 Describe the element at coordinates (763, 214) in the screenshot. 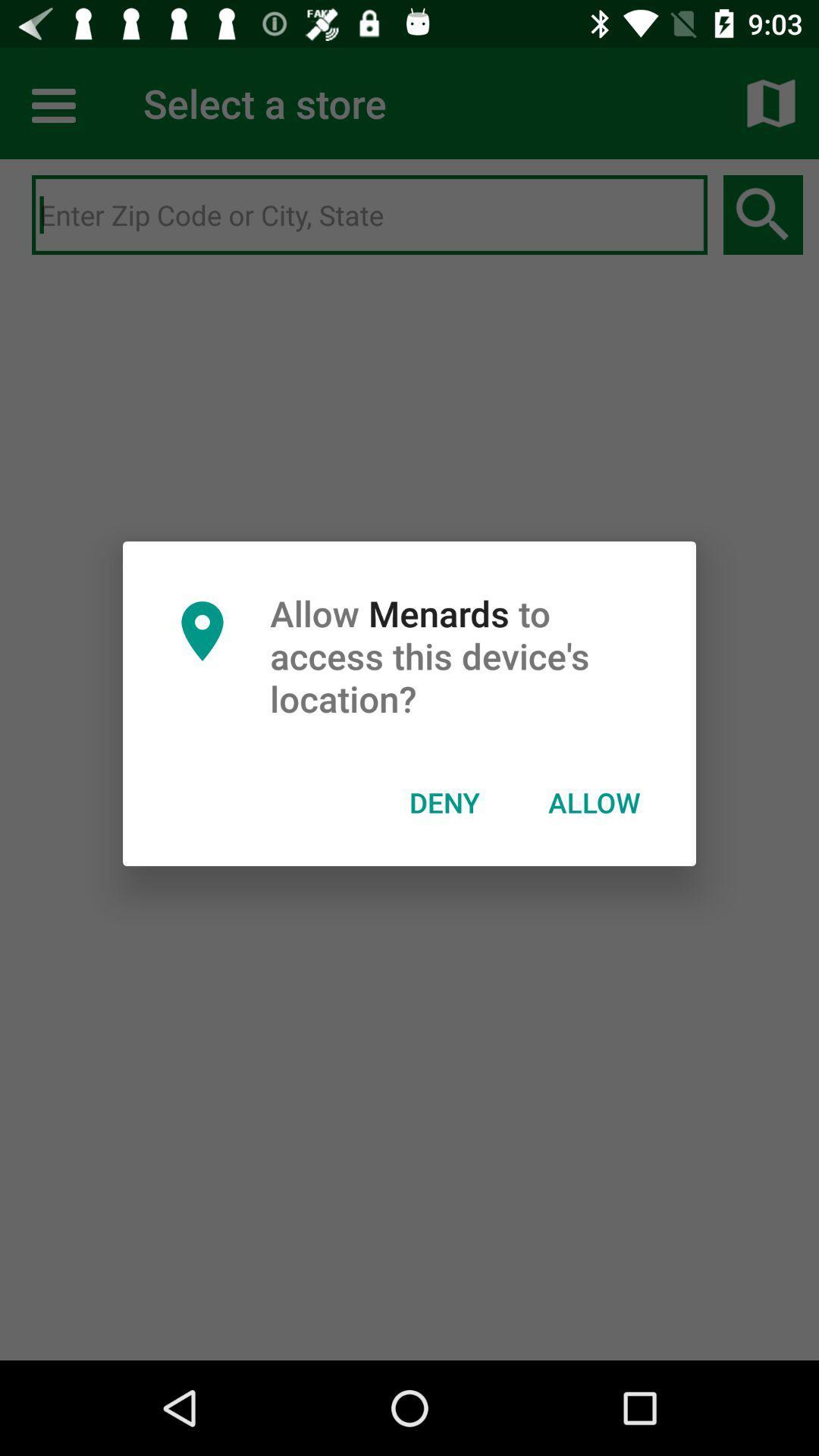

I see `the search icon` at that location.